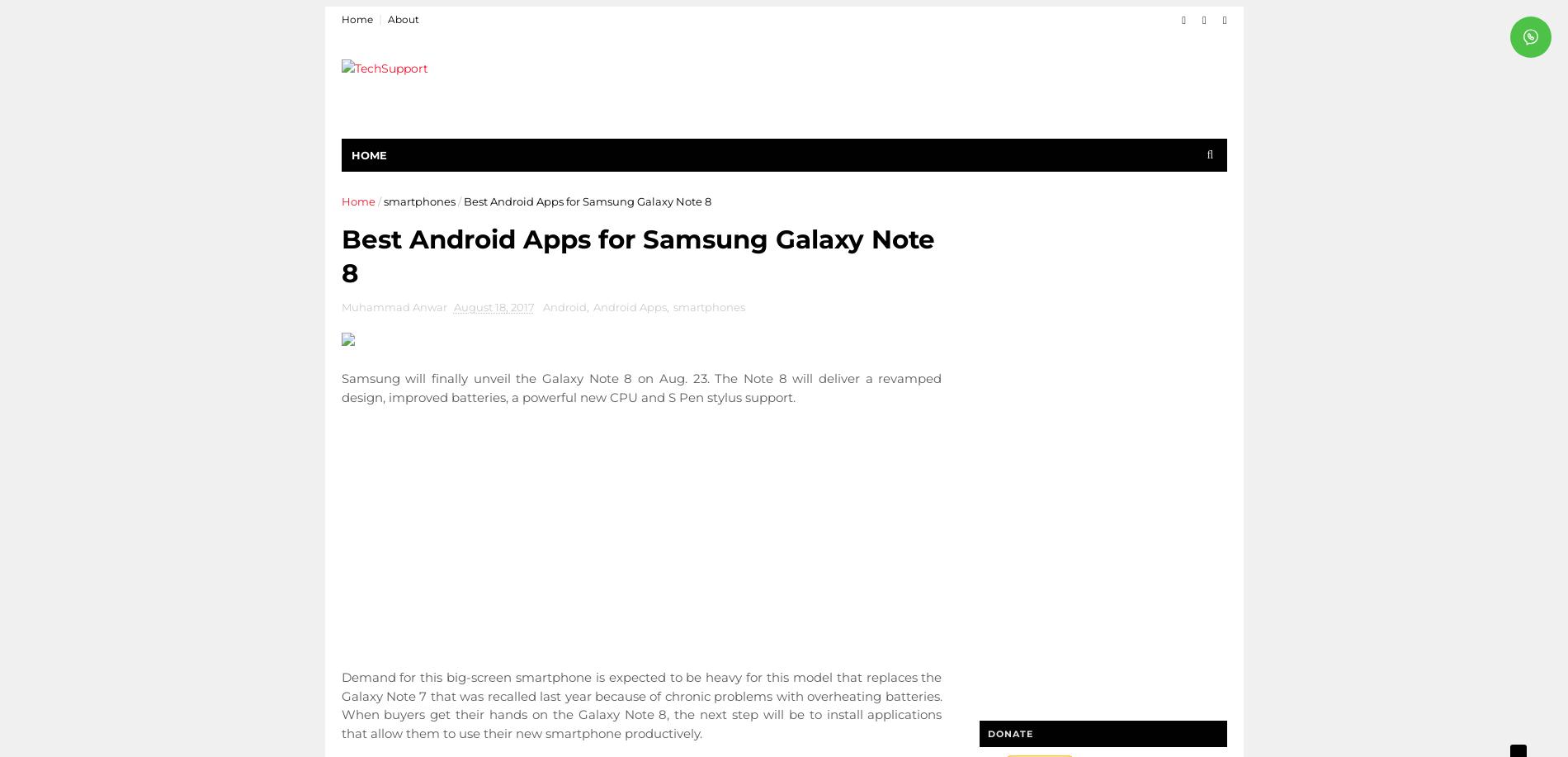  Describe the element at coordinates (394, 306) in the screenshot. I see `'Muhammad Anwar'` at that location.